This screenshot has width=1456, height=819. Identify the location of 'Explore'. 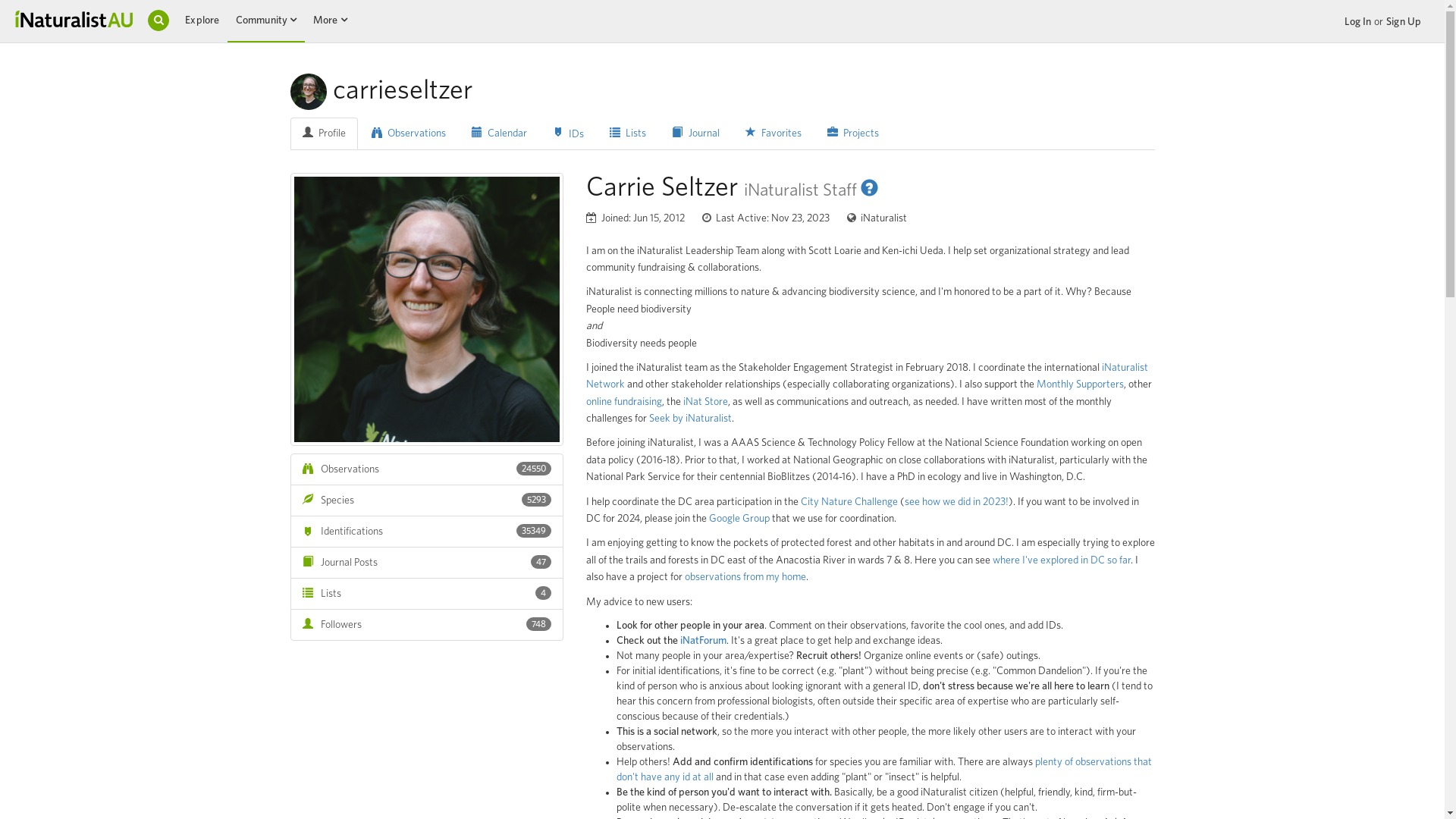
(201, 20).